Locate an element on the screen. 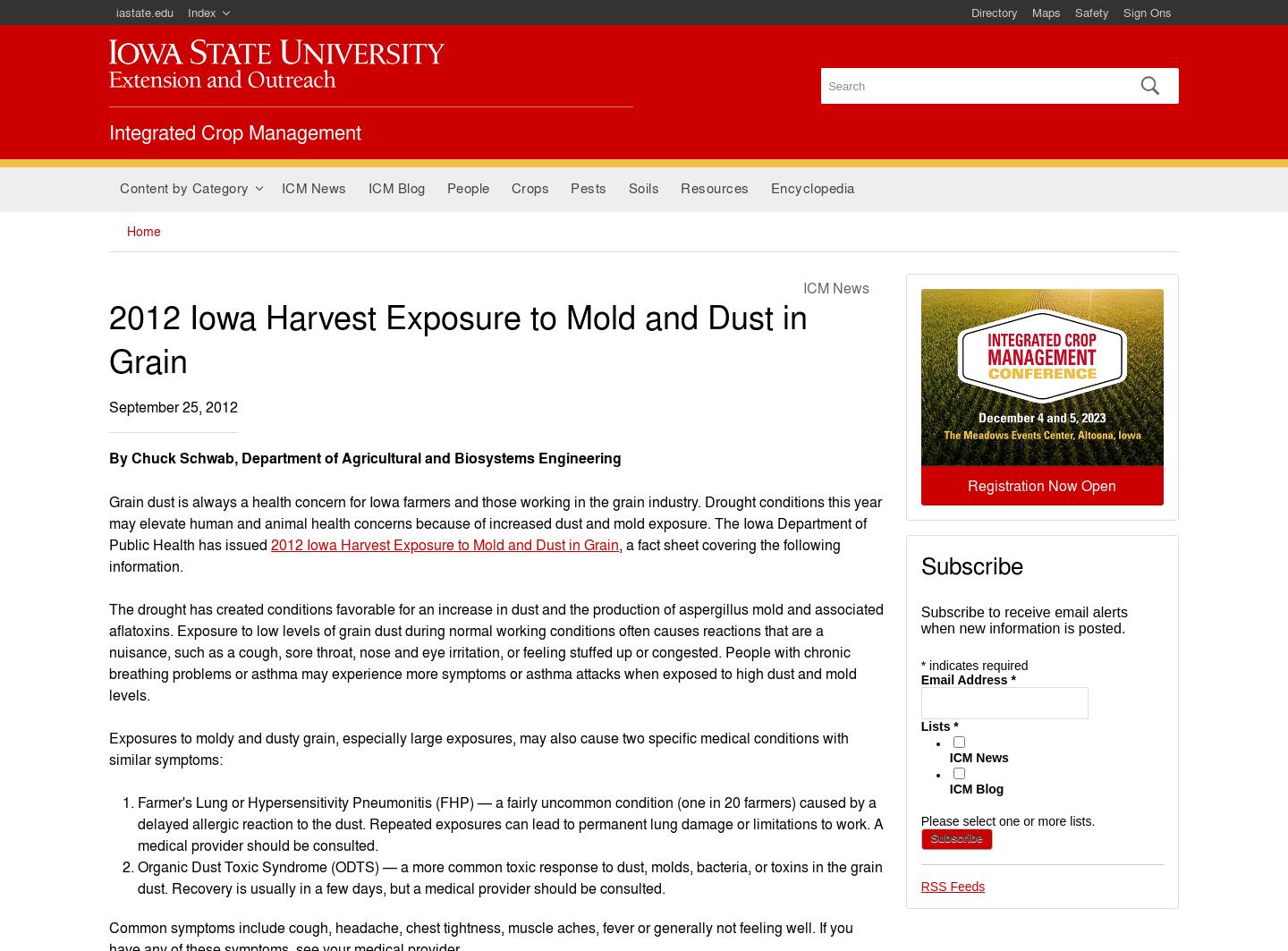 The height and width of the screenshot is (951, 1288). 'Grain dust is always a health concern for Iowa farmers and those working in the grain industry. Drought conditions this year may elevate human and animal health concerns because of increased dust and mold exposure. The Iowa Department of Public Health has issued' is located at coordinates (107, 522).